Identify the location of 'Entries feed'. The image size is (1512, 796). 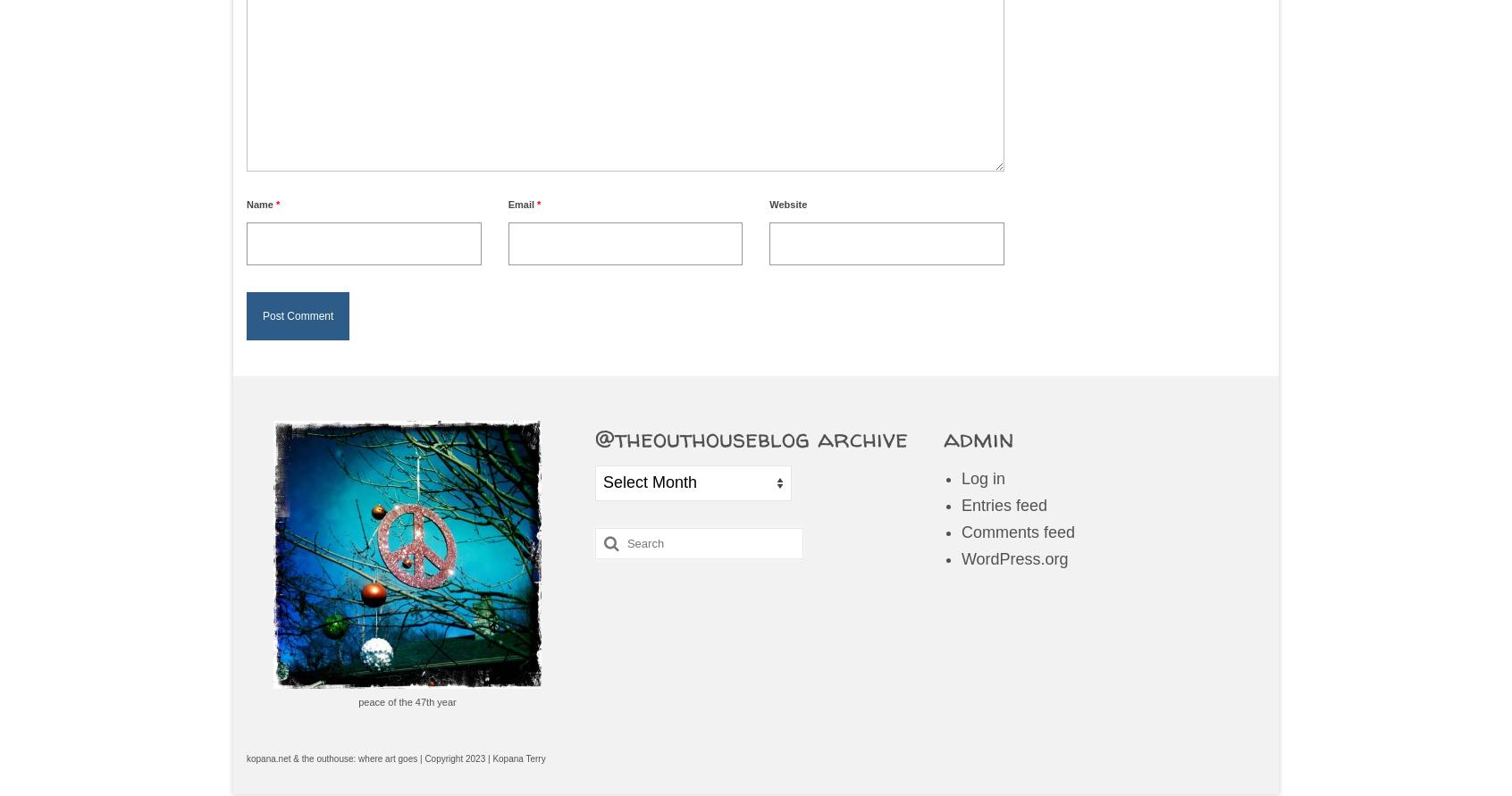
(1003, 504).